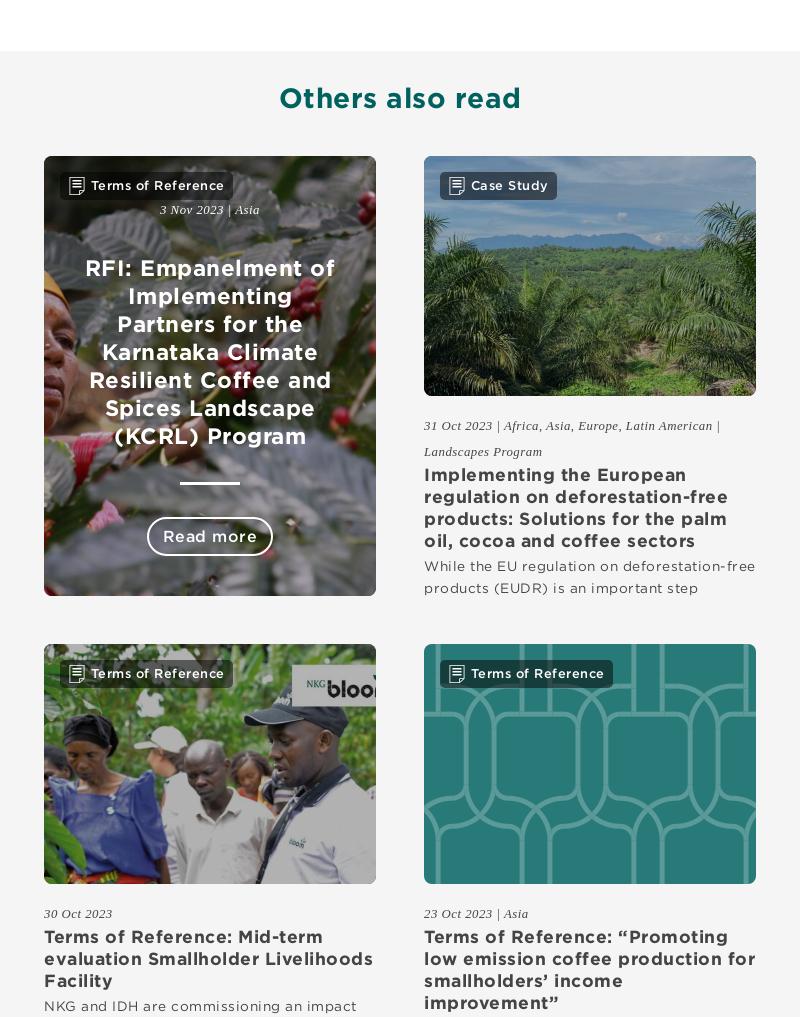 This screenshot has height=1017, width=800. Describe the element at coordinates (209, 535) in the screenshot. I see `'Read more'` at that location.